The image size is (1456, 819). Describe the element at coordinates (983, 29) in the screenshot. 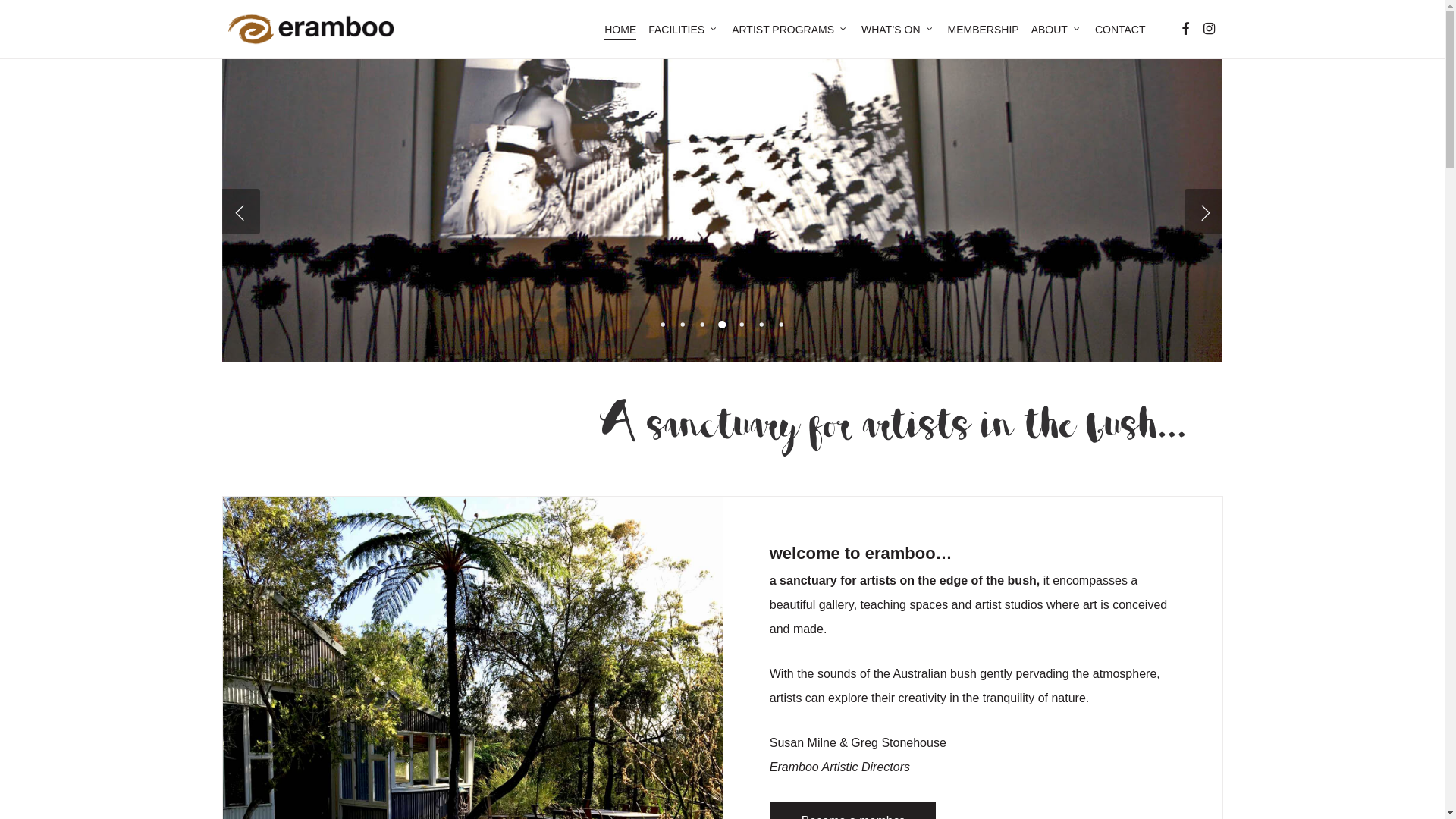

I see `'MEMBERSHIP'` at that location.